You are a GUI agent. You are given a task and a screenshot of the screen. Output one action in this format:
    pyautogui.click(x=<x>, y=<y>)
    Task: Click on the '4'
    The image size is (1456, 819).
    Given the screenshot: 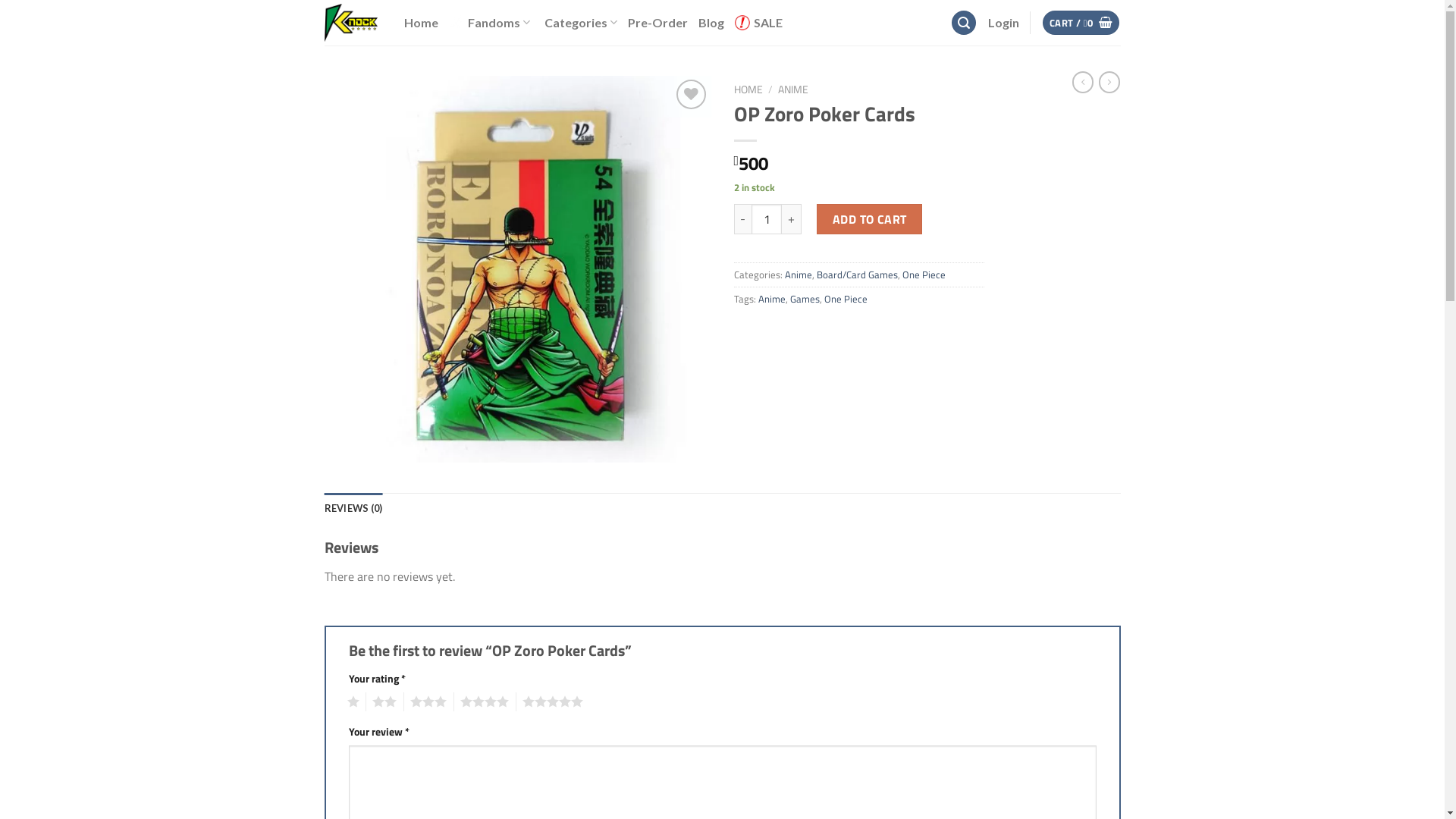 What is the action you would take?
    pyautogui.click(x=480, y=701)
    